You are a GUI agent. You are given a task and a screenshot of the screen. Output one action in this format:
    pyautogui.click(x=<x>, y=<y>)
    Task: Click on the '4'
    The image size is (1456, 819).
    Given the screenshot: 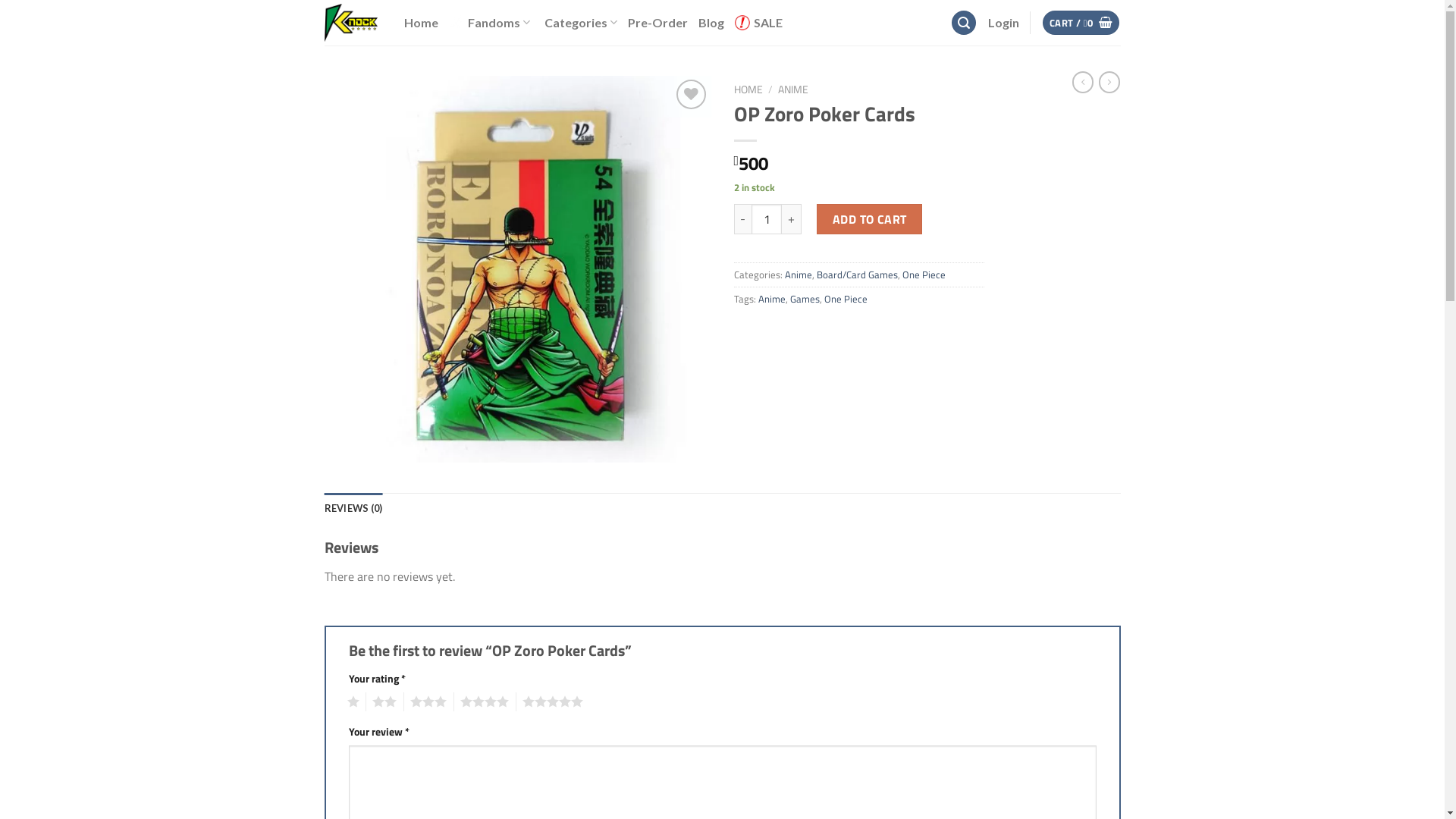 What is the action you would take?
    pyautogui.click(x=480, y=701)
    